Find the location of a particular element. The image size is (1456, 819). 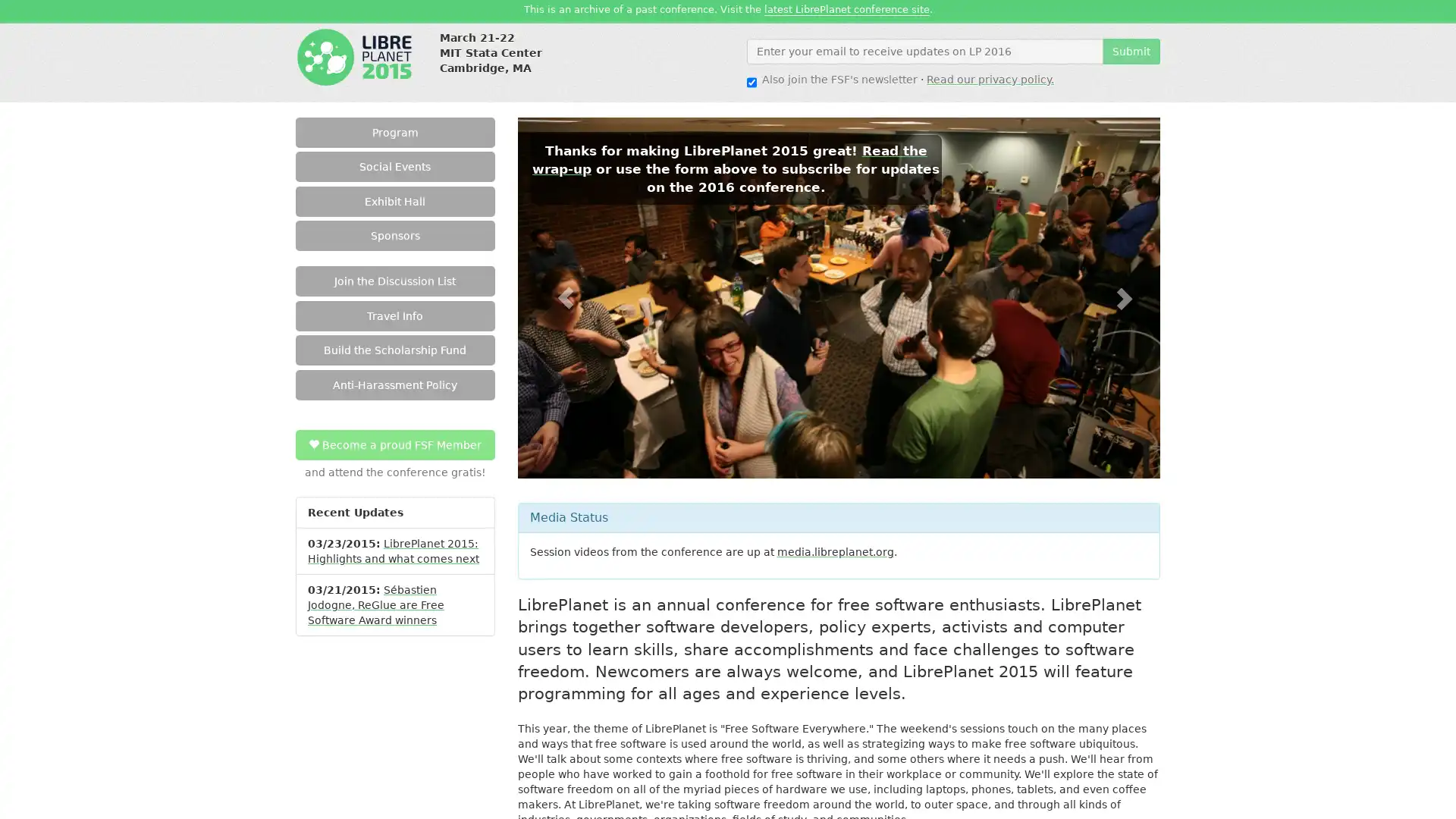

Submit is located at coordinates (1131, 49).